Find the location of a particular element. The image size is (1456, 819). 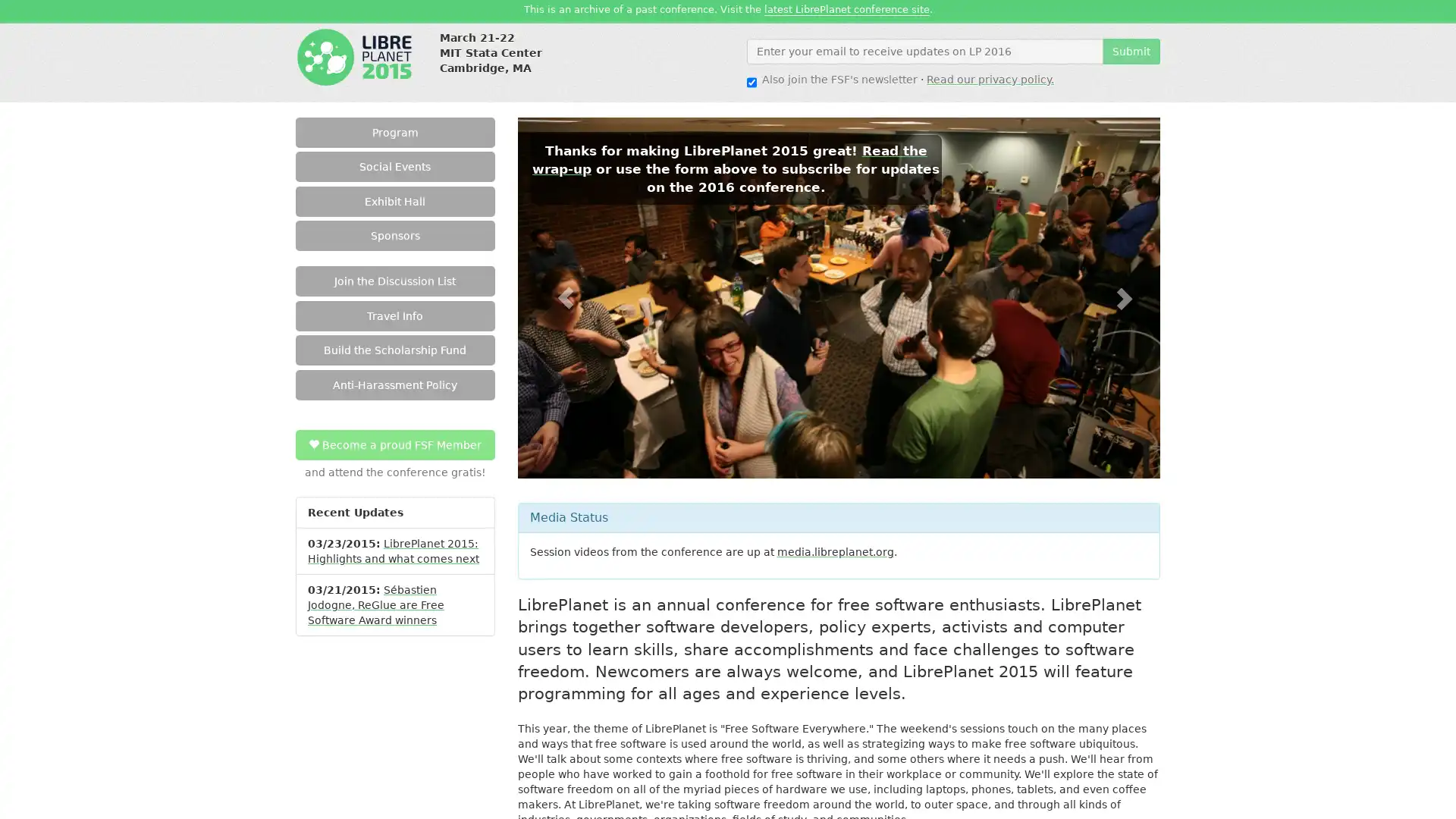

Submit is located at coordinates (1131, 49).